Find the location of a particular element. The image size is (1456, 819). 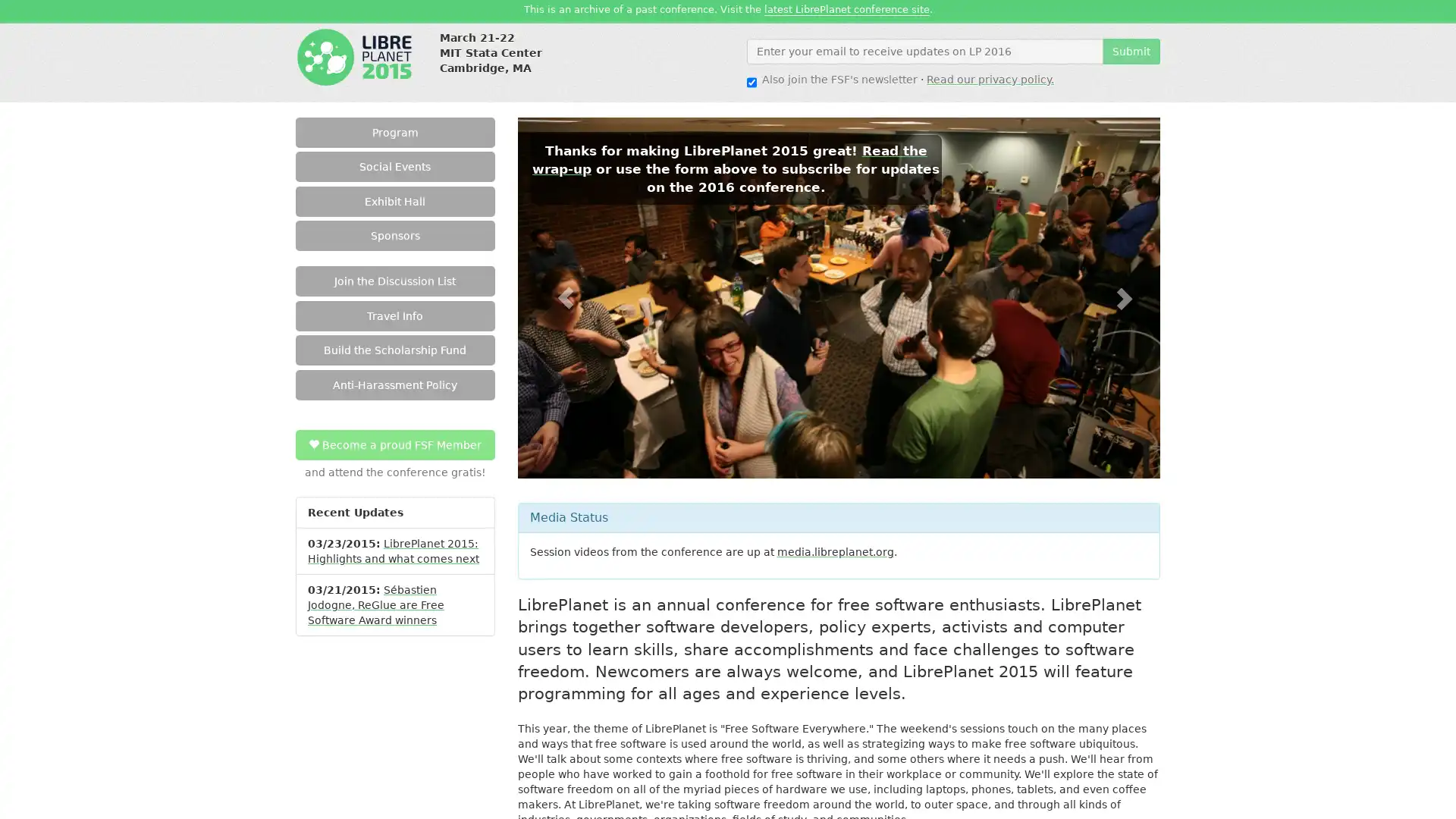

Submit is located at coordinates (1131, 49).